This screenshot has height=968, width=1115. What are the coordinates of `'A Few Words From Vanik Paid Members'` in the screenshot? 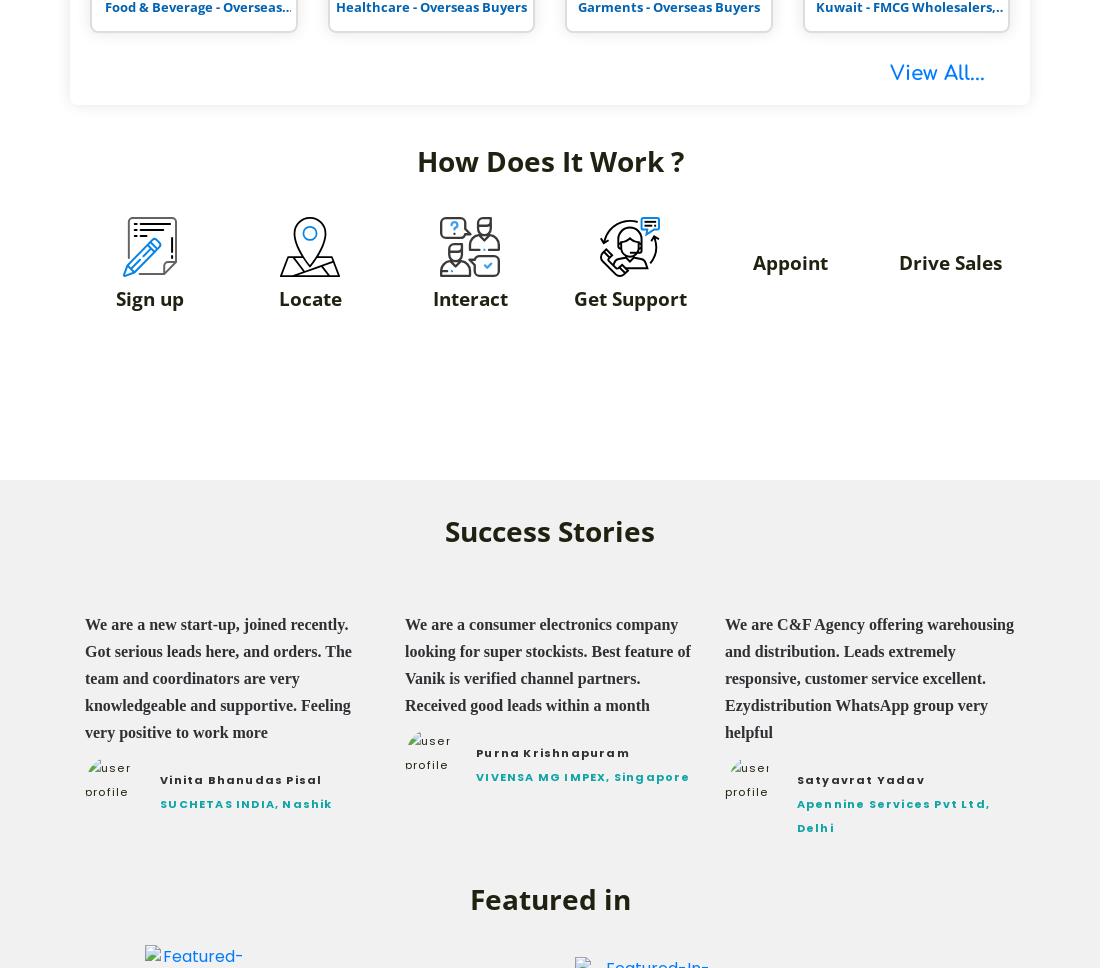 It's located at (387, 607).